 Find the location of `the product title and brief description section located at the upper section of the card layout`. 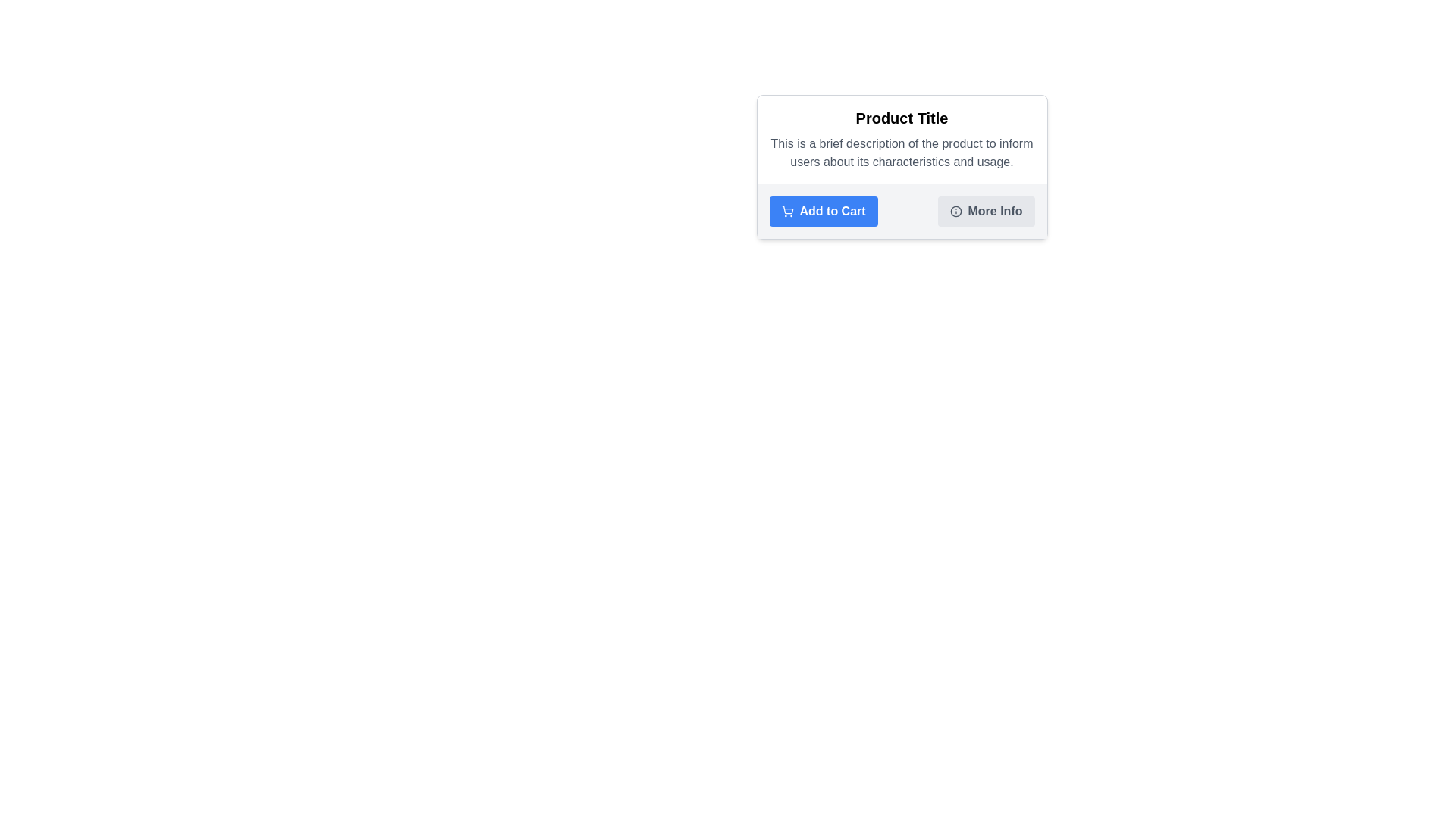

the product title and brief description section located at the upper section of the card layout is located at coordinates (902, 140).